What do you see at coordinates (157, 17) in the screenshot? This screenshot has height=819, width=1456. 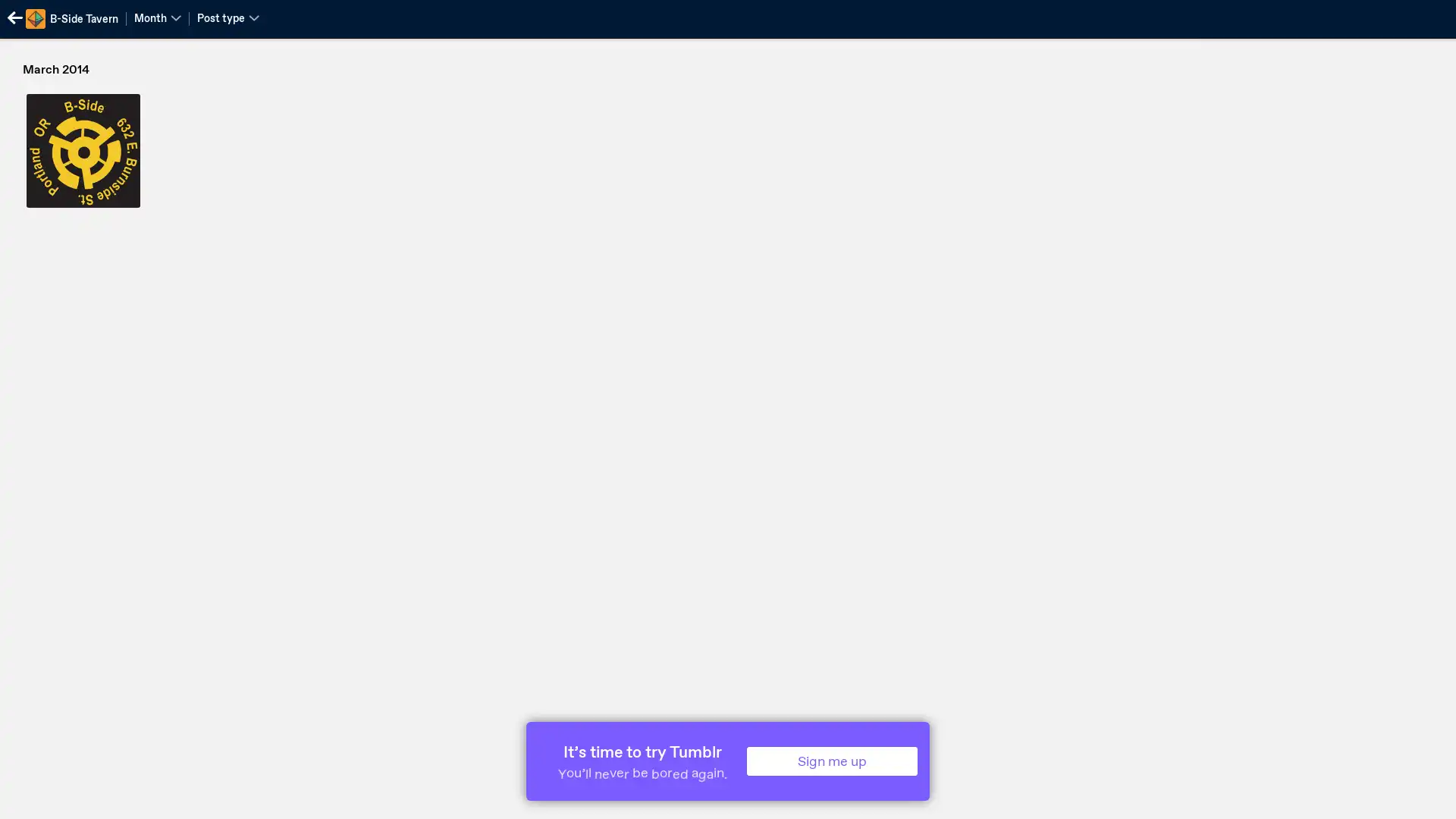 I see `Month` at bounding box center [157, 17].